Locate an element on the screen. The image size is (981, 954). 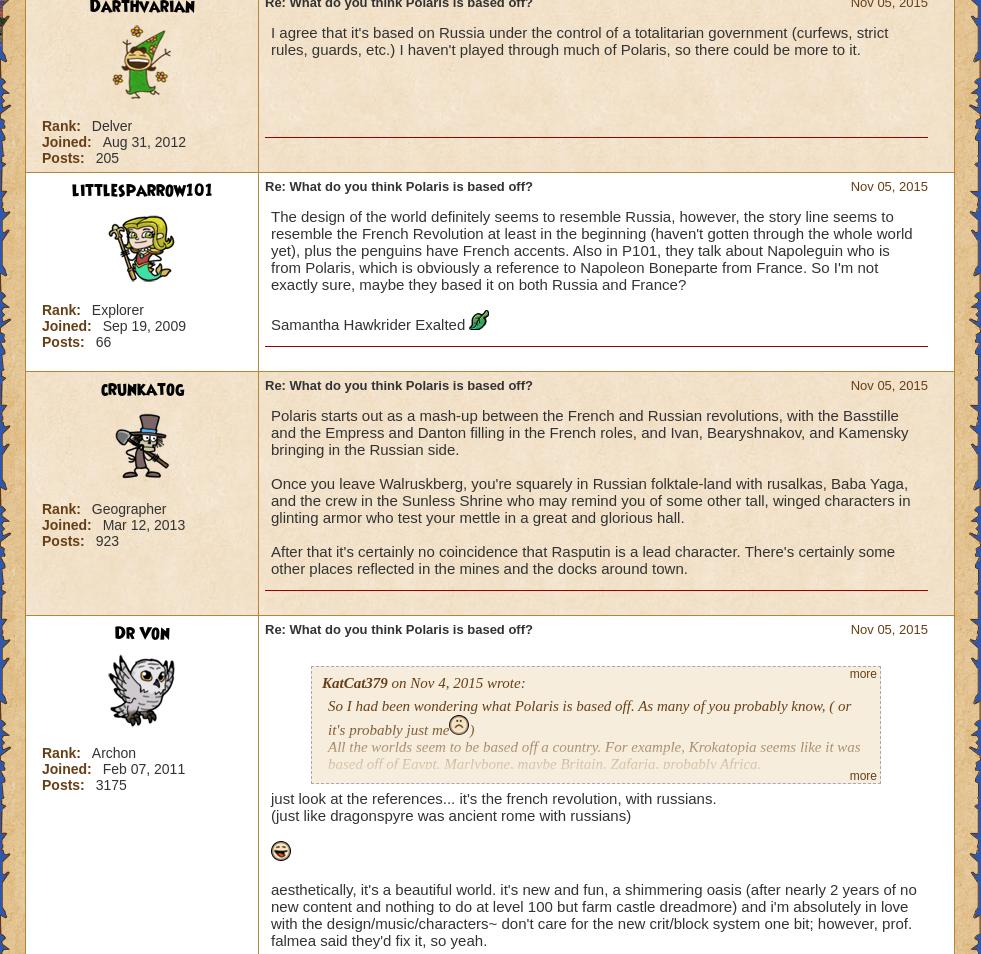
'crunkatog' is located at coordinates (140, 389).